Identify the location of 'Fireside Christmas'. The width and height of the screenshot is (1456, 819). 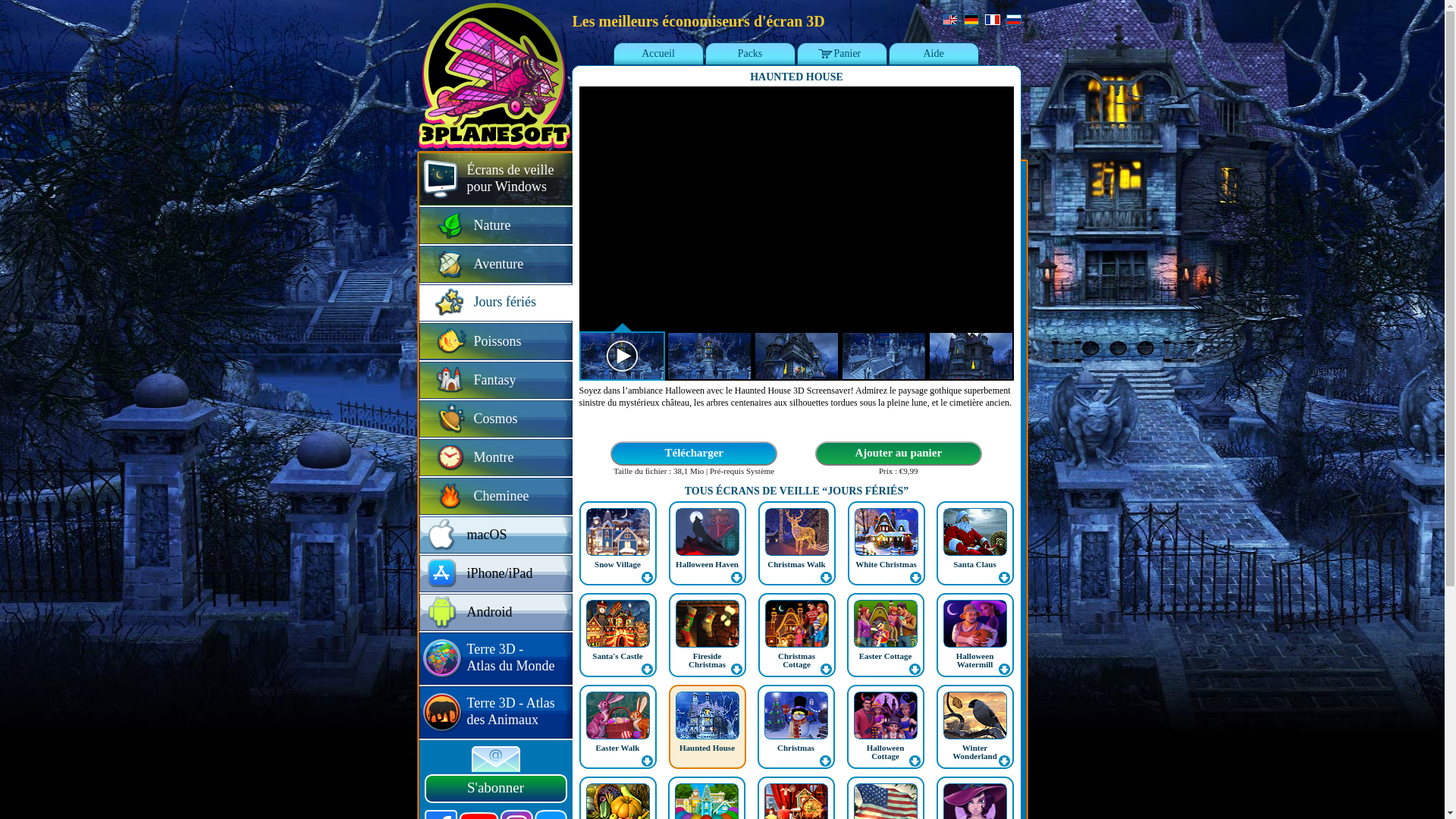
(706, 659).